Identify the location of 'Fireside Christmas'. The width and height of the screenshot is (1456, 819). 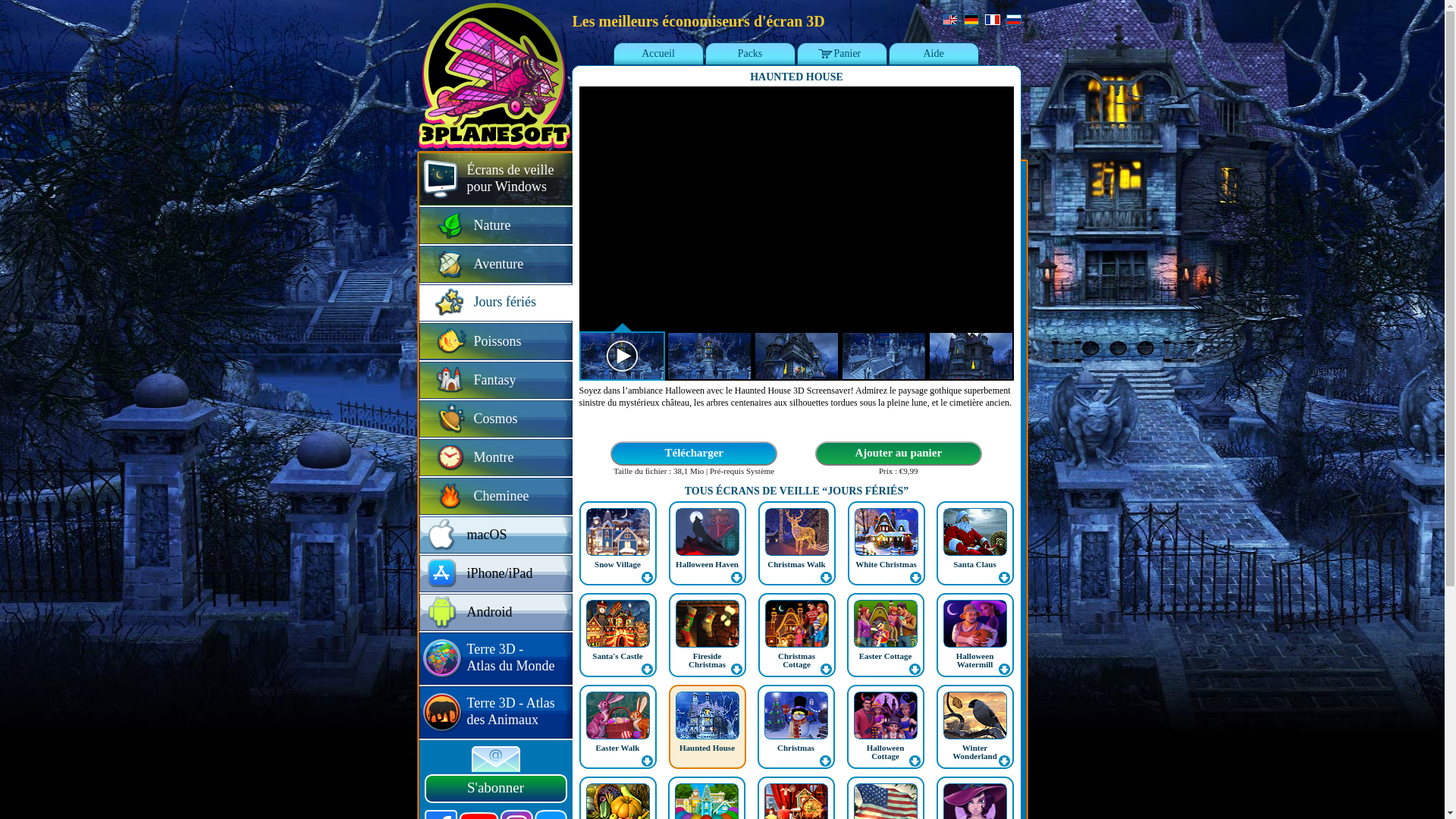
(706, 659).